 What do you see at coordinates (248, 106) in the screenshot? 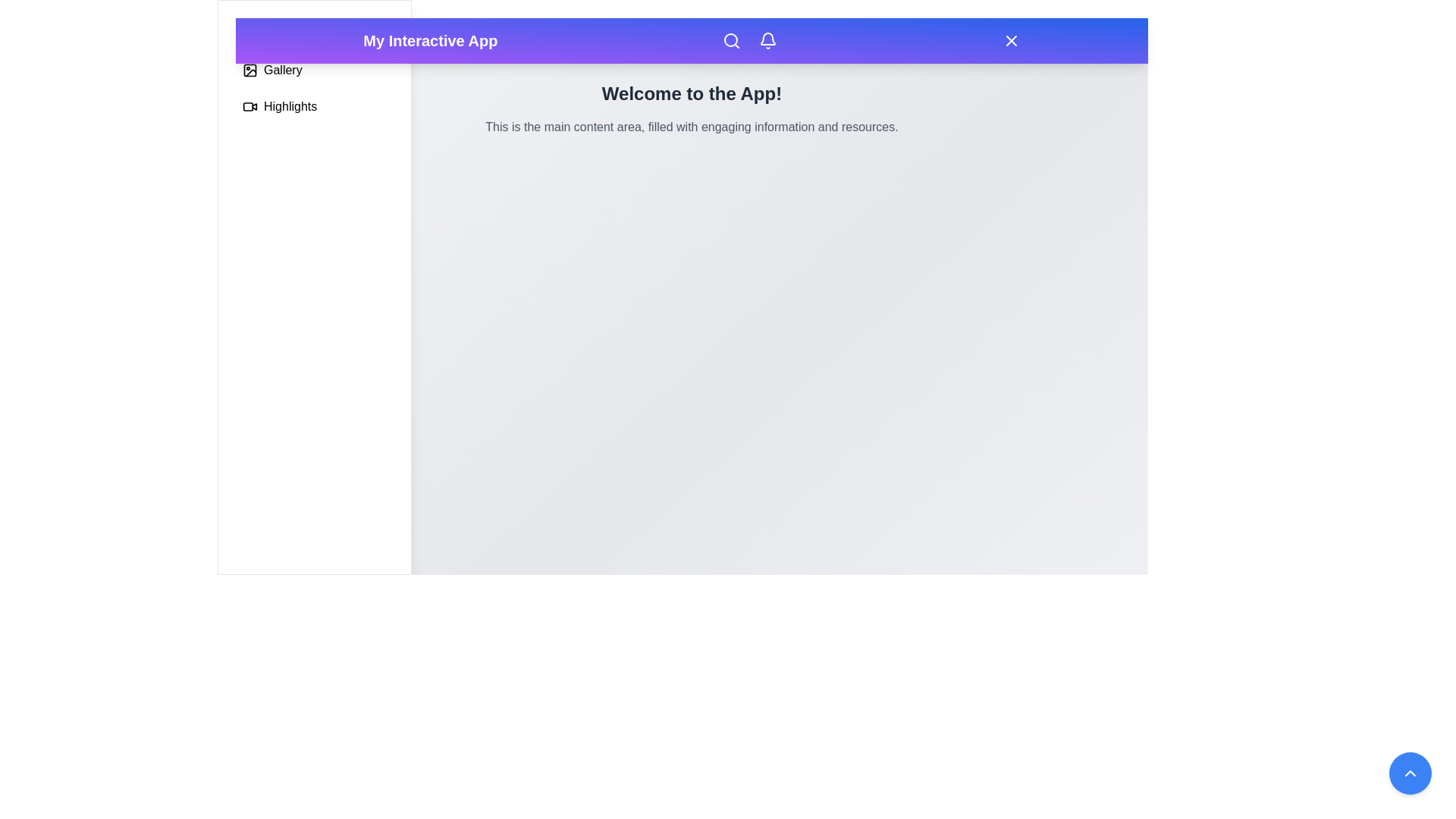
I see `the 'Highlights' menu item icon in the sidebar, which is located to the left of the text 'Highlights'` at bounding box center [248, 106].